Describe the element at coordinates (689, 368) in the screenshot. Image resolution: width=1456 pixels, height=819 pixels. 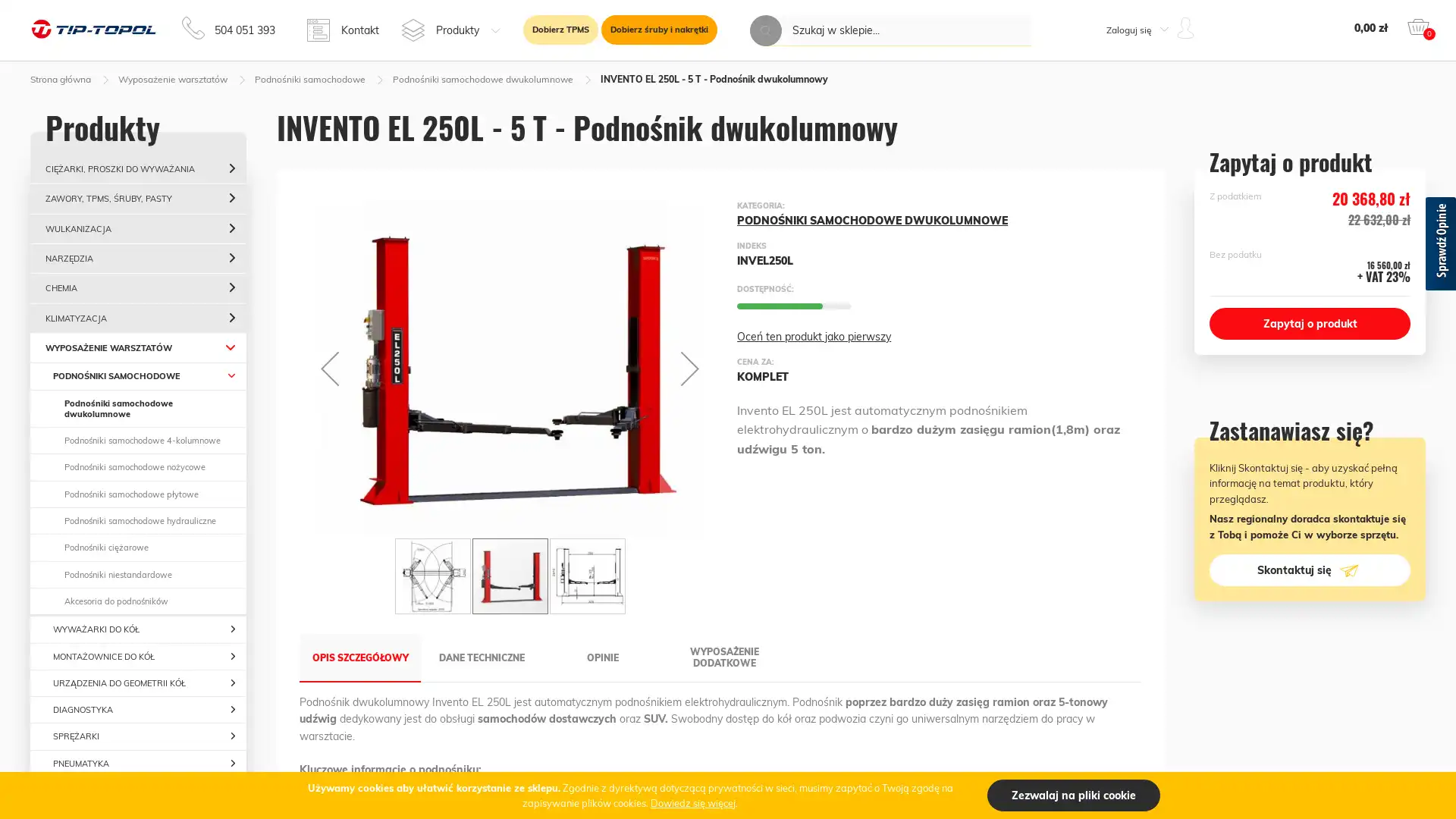
I see `Next` at that location.